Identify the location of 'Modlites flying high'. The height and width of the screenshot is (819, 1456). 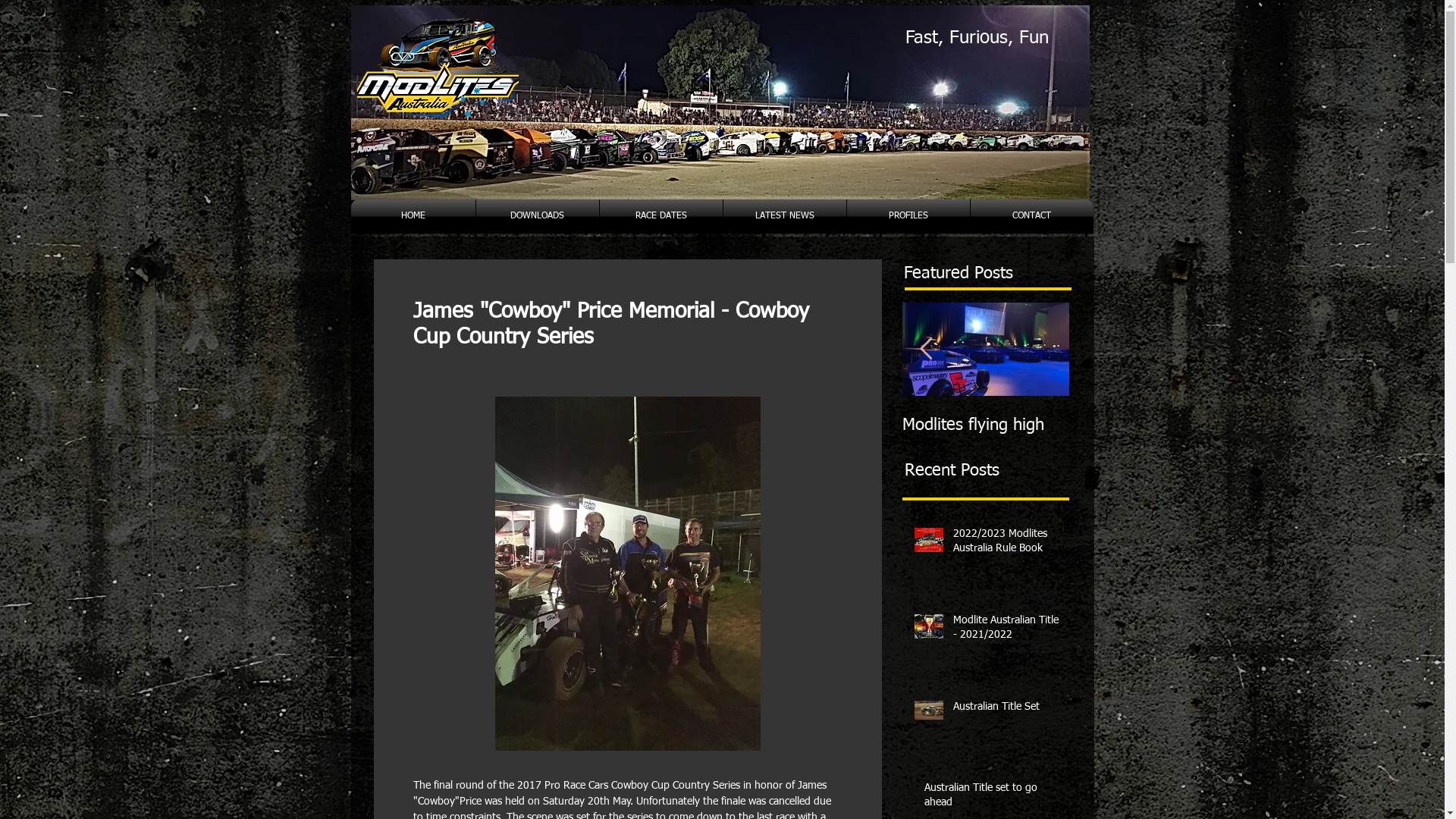
(986, 425).